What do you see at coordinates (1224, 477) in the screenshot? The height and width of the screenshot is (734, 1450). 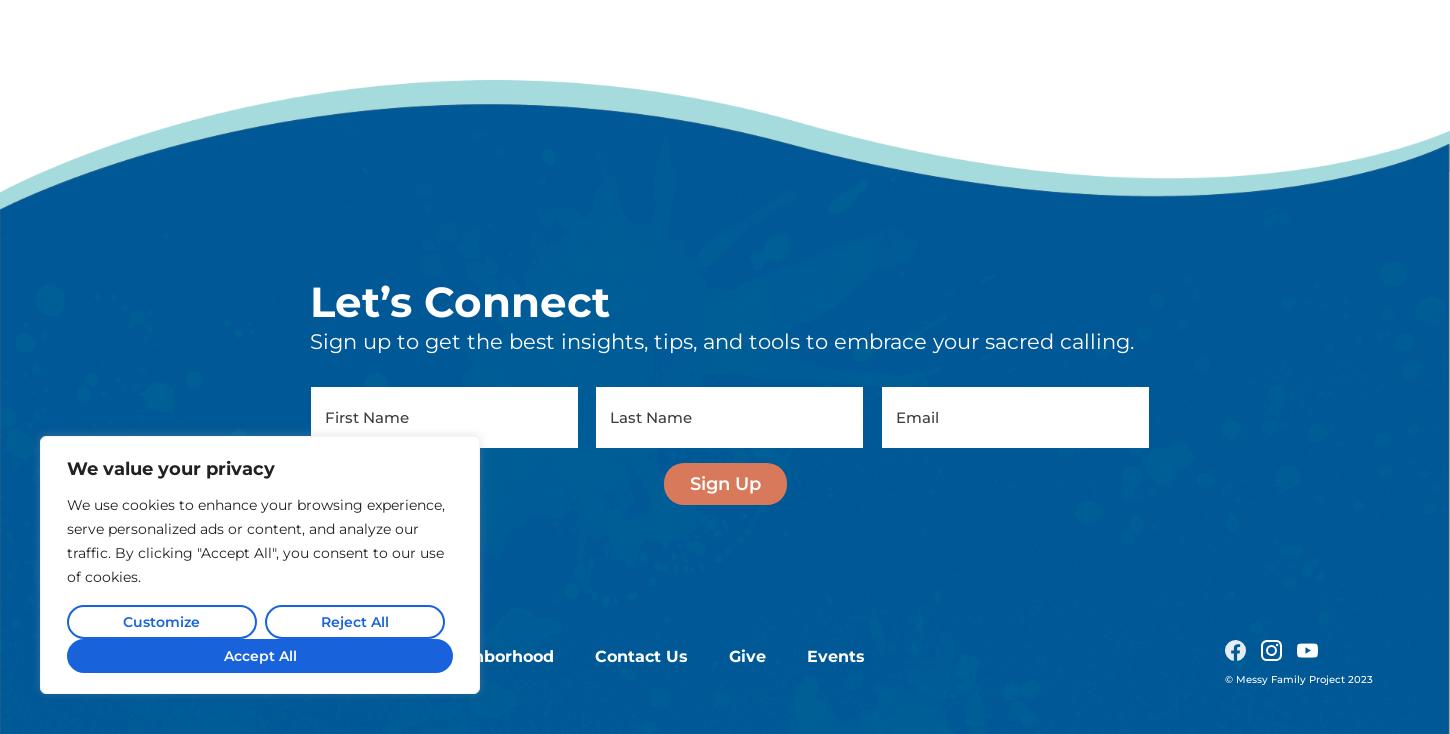 I see `'© Messy Family Project 2023'` at bounding box center [1224, 477].